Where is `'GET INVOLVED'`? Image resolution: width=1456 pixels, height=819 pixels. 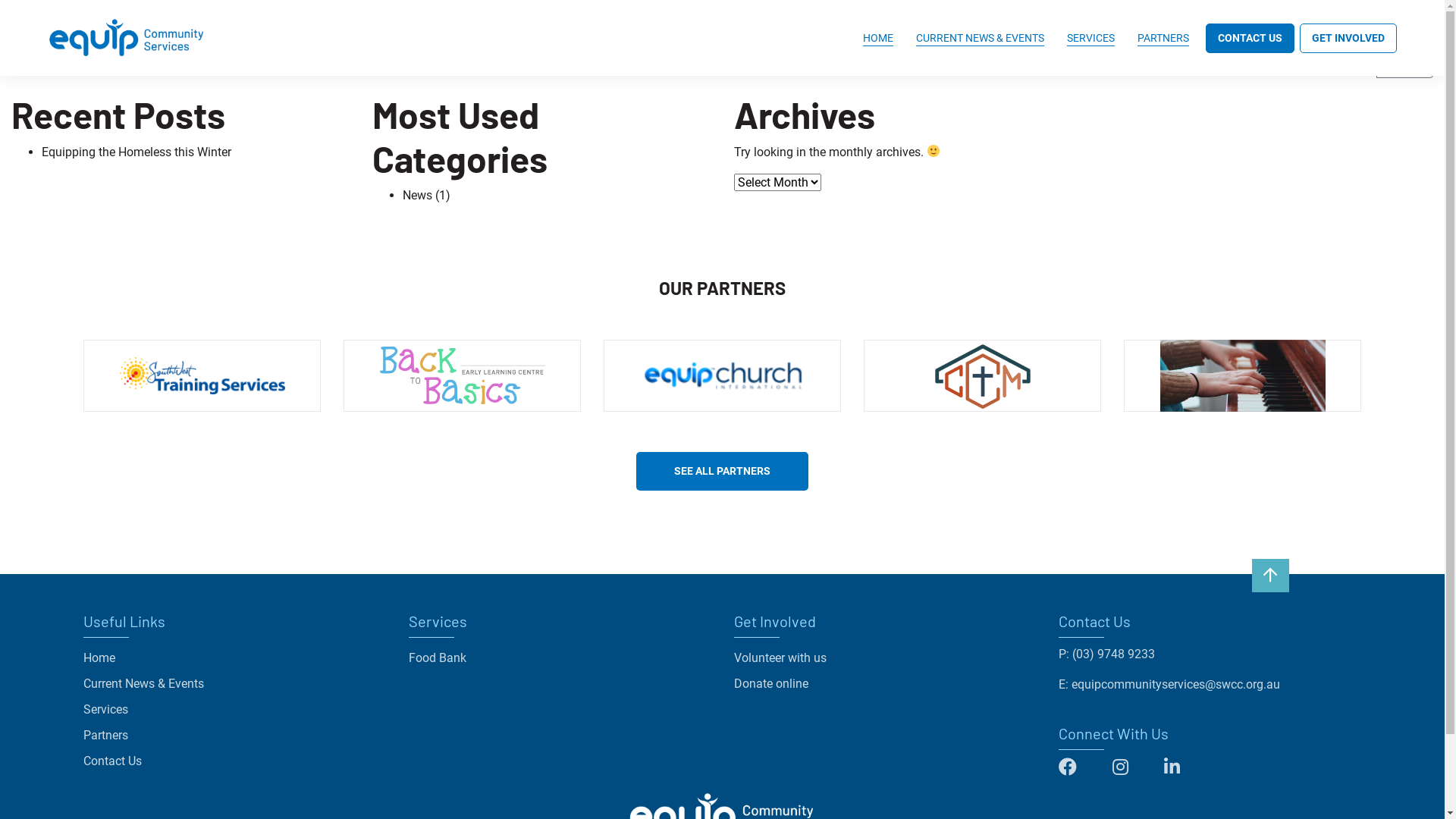
'GET INVOLVED' is located at coordinates (1298, 36).